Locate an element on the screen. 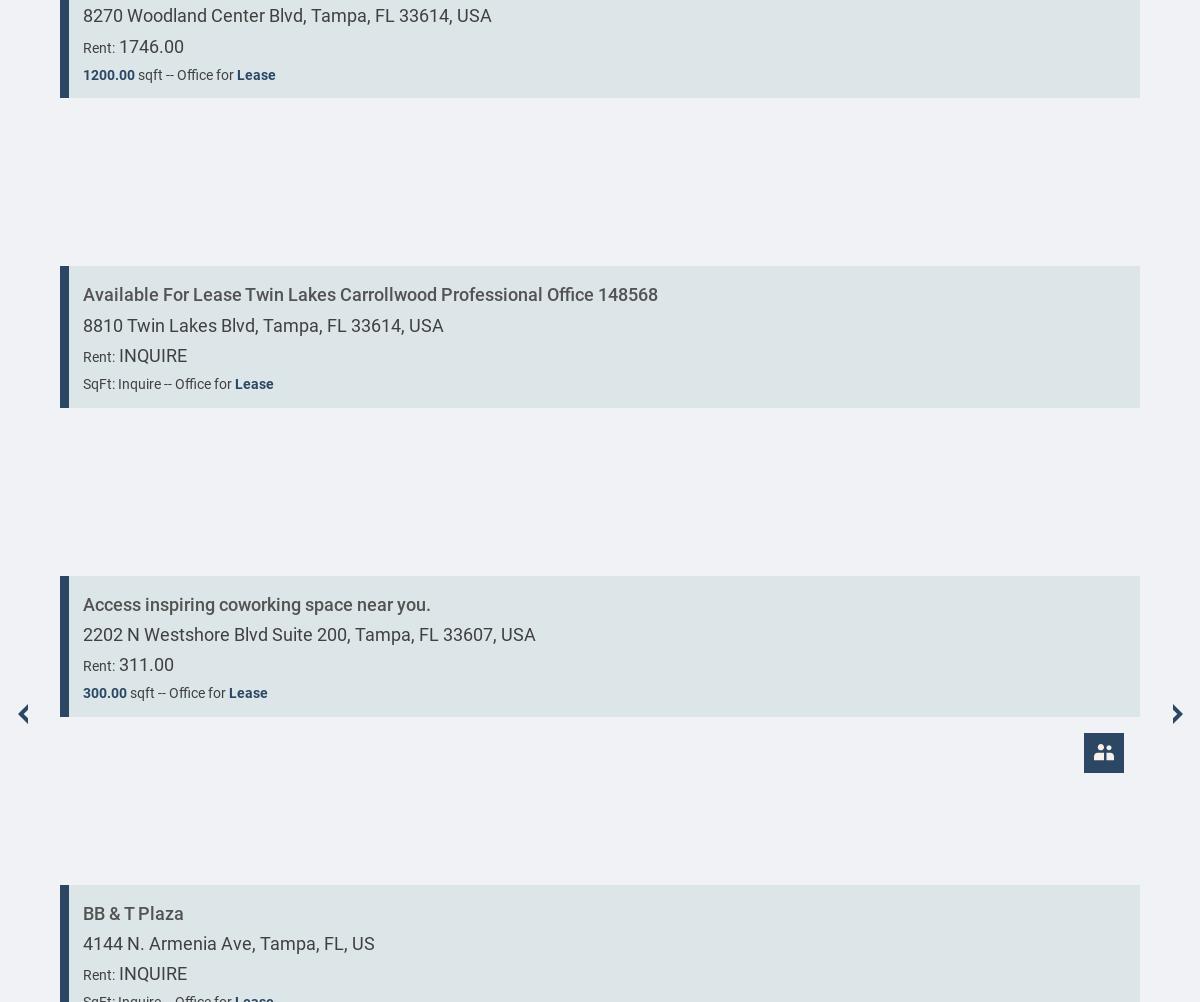 Image resolution: width=1200 pixels, height=1002 pixels. '2202 N Westshore Blvd Suite 200, Tampa, FL 33607, USA' is located at coordinates (83, 632).